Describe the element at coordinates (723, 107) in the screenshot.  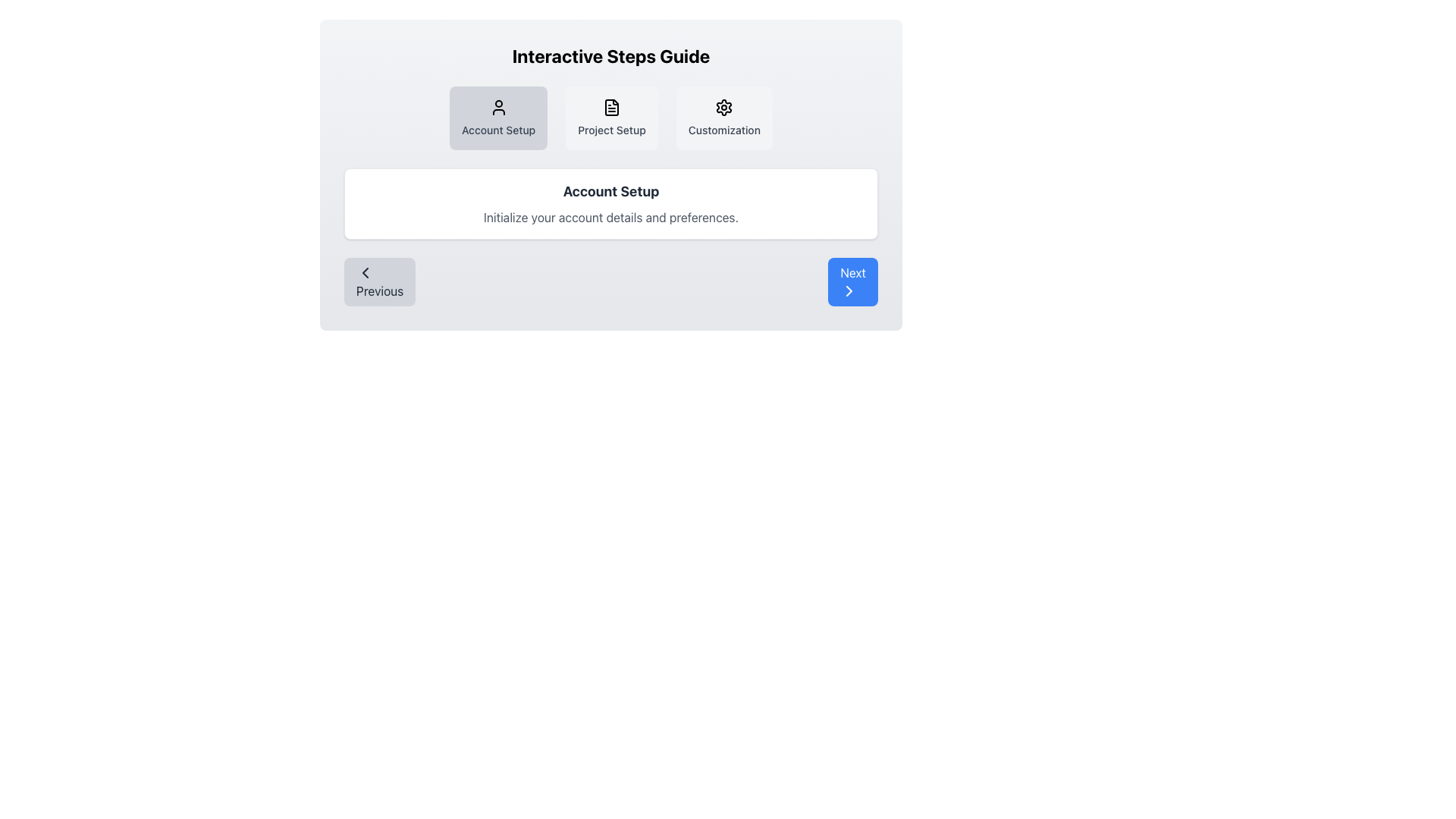
I see `the gear or settings icon located in the 'Customization' section` at that location.